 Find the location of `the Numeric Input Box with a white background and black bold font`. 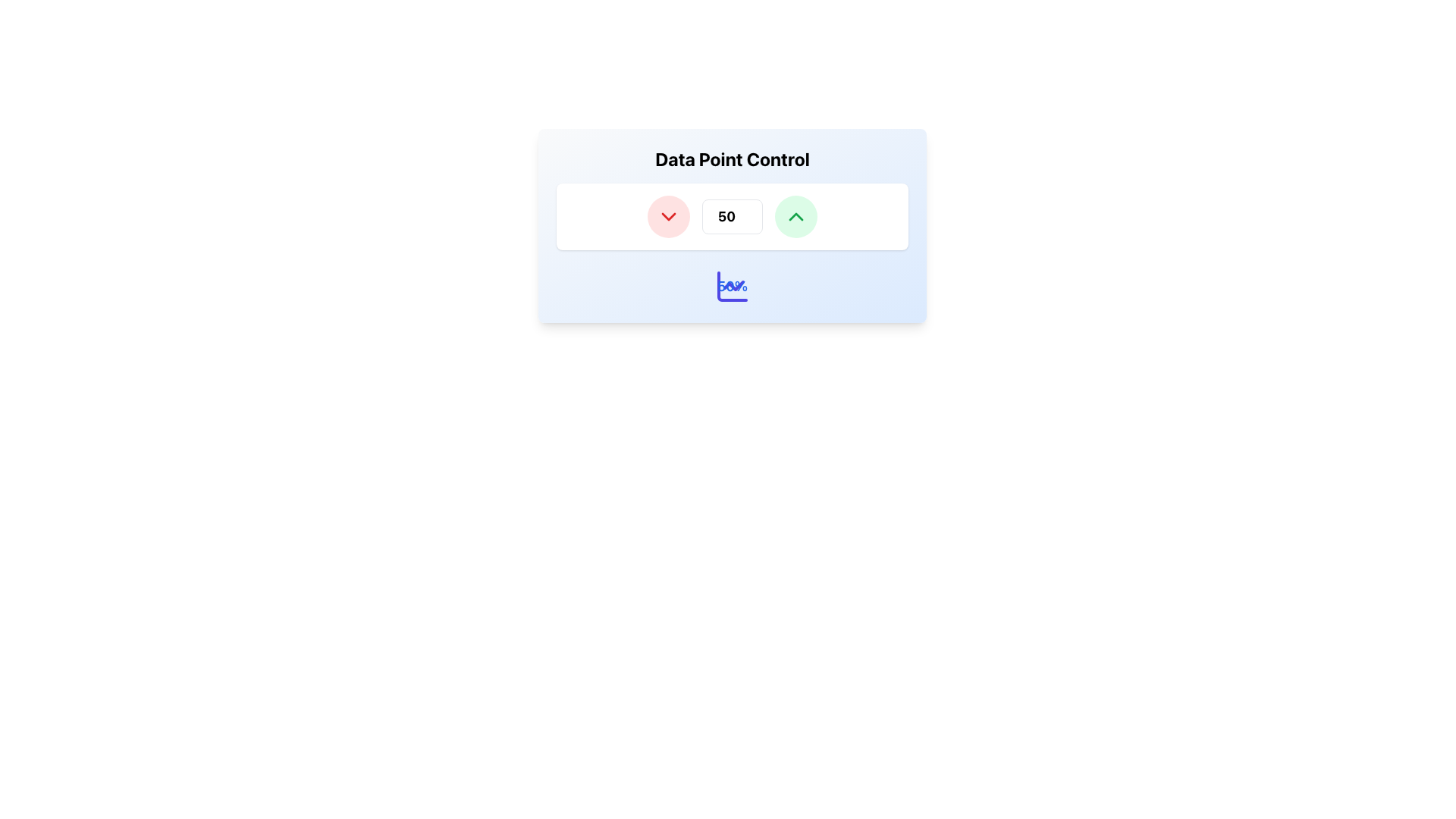

the Numeric Input Box with a white background and black bold font is located at coordinates (732, 216).